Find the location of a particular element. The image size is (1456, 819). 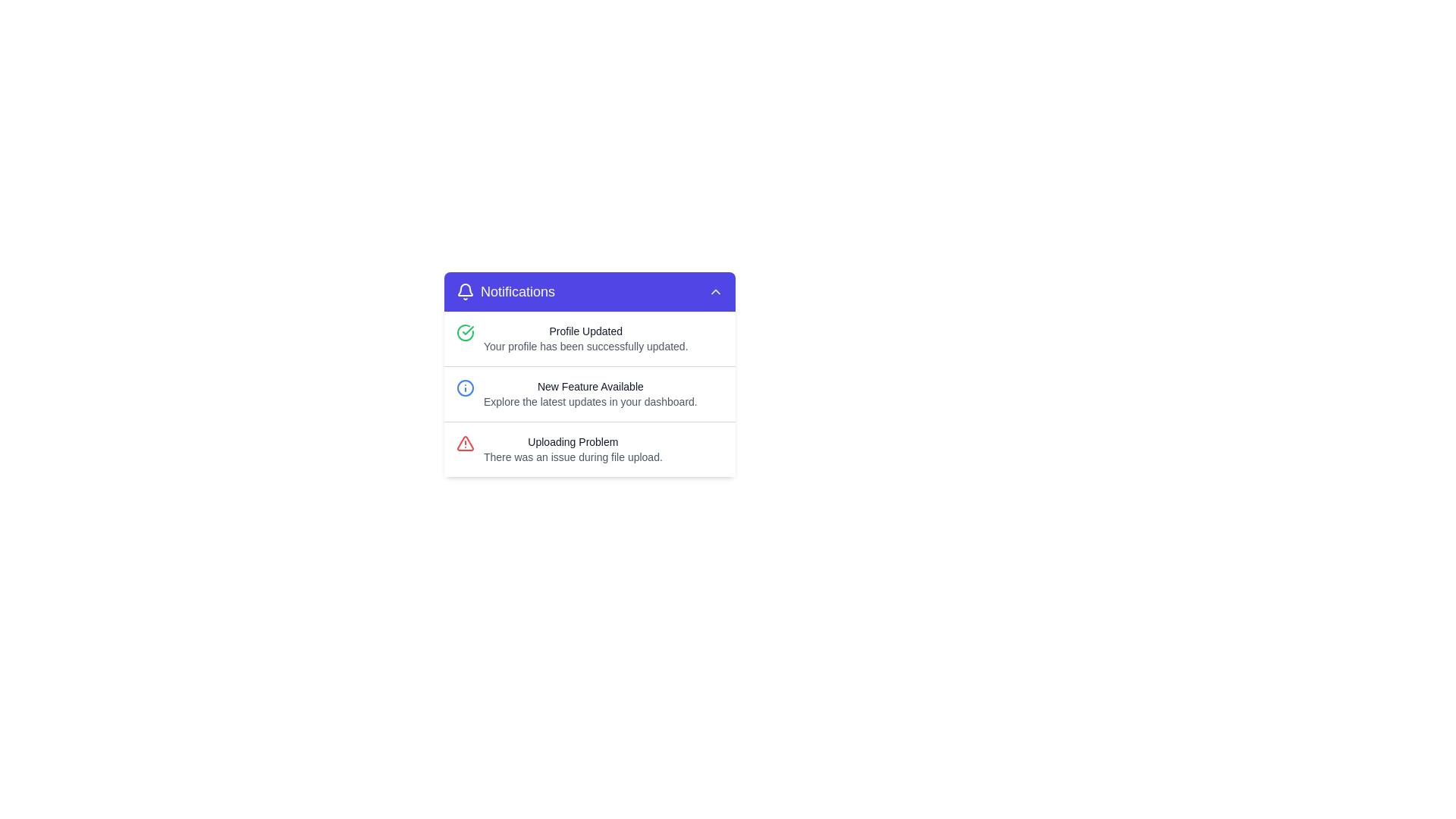

the text label that says 'Your profile has been successfully updated.' located under the 'Profile Updated' text in the notification section is located at coordinates (585, 346).